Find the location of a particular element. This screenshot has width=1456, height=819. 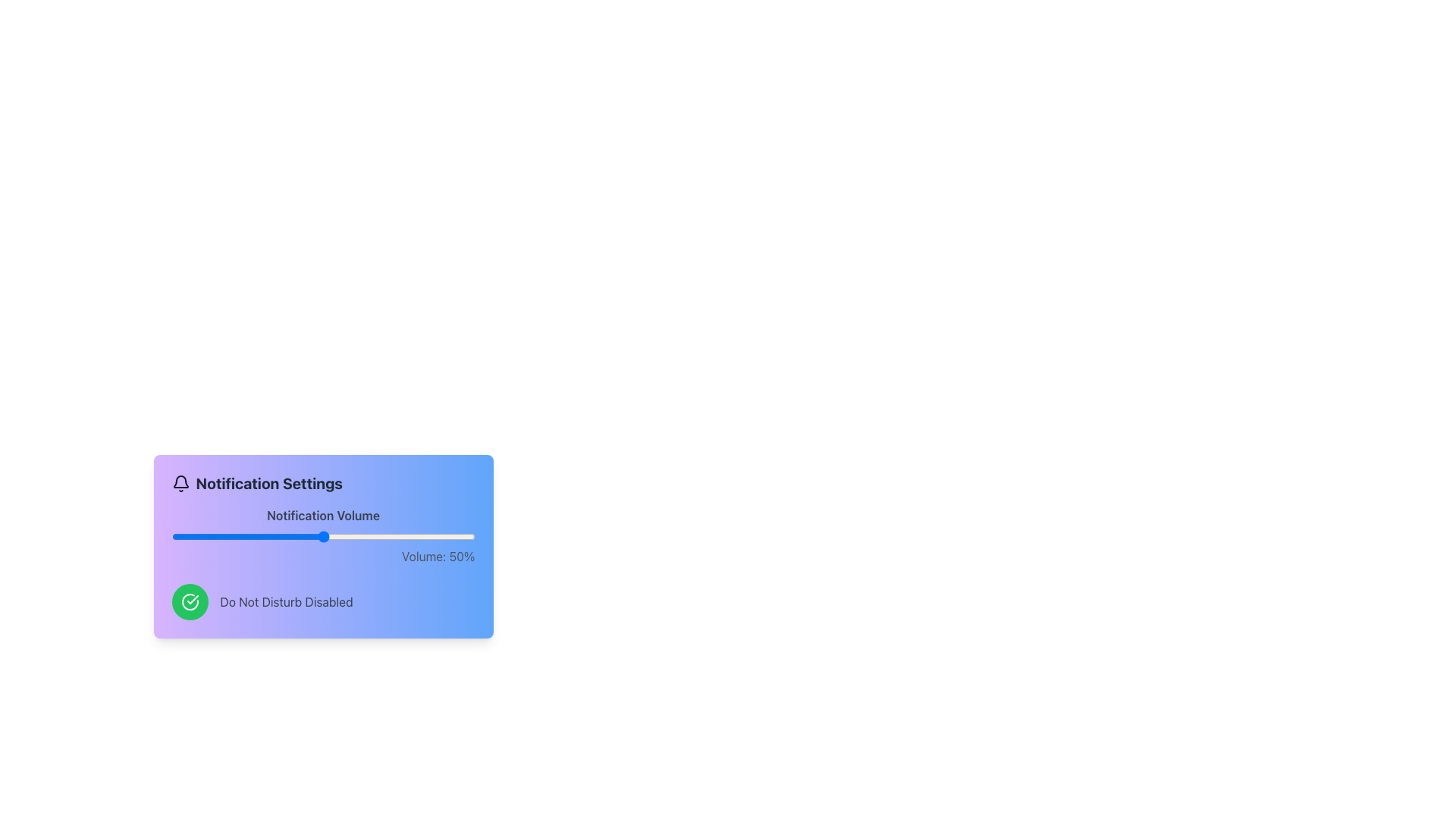

the notification volume is located at coordinates (201, 536).